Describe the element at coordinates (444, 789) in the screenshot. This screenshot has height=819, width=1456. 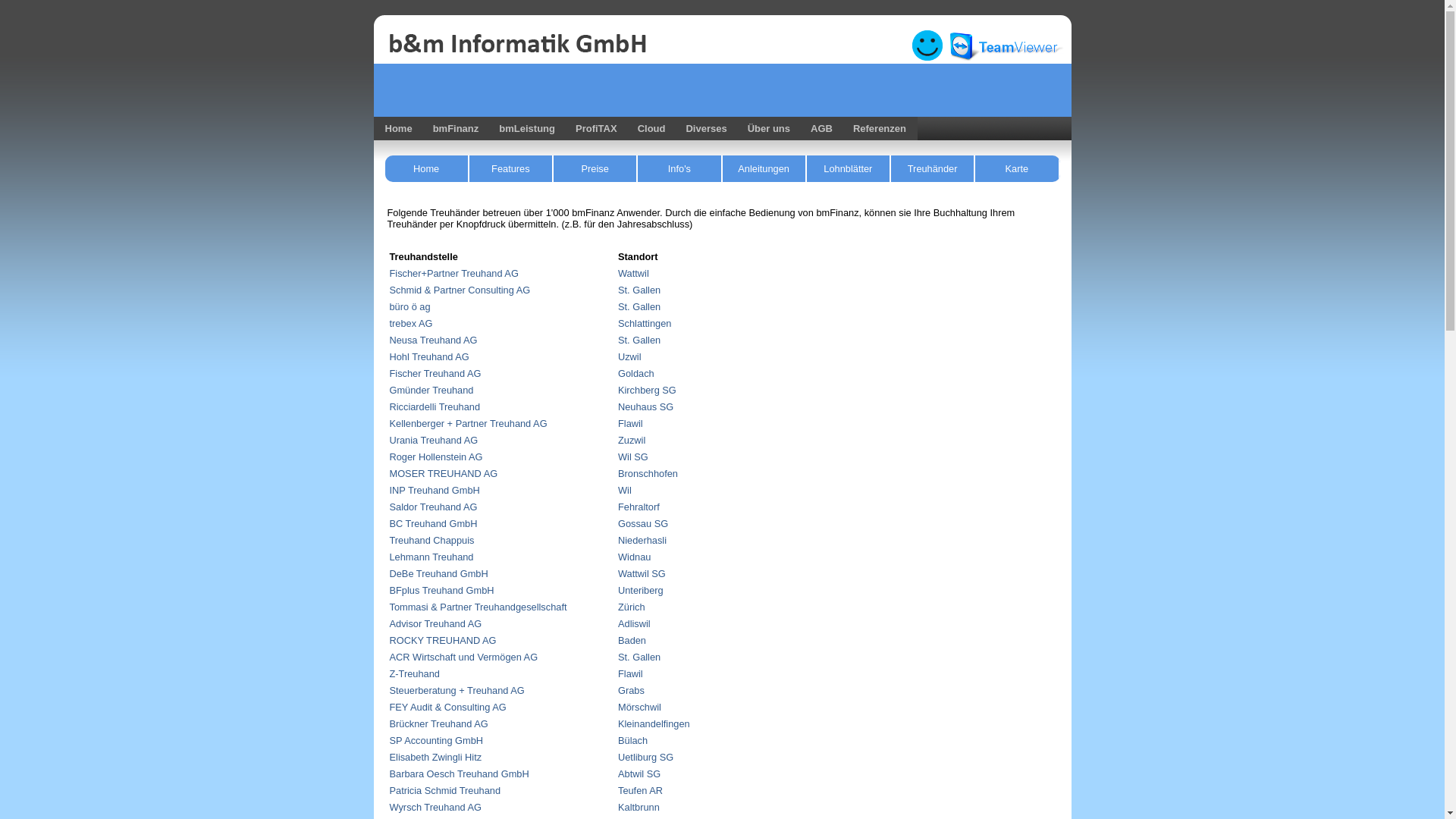
I see `'Patricia Schmid Treuhand'` at that location.